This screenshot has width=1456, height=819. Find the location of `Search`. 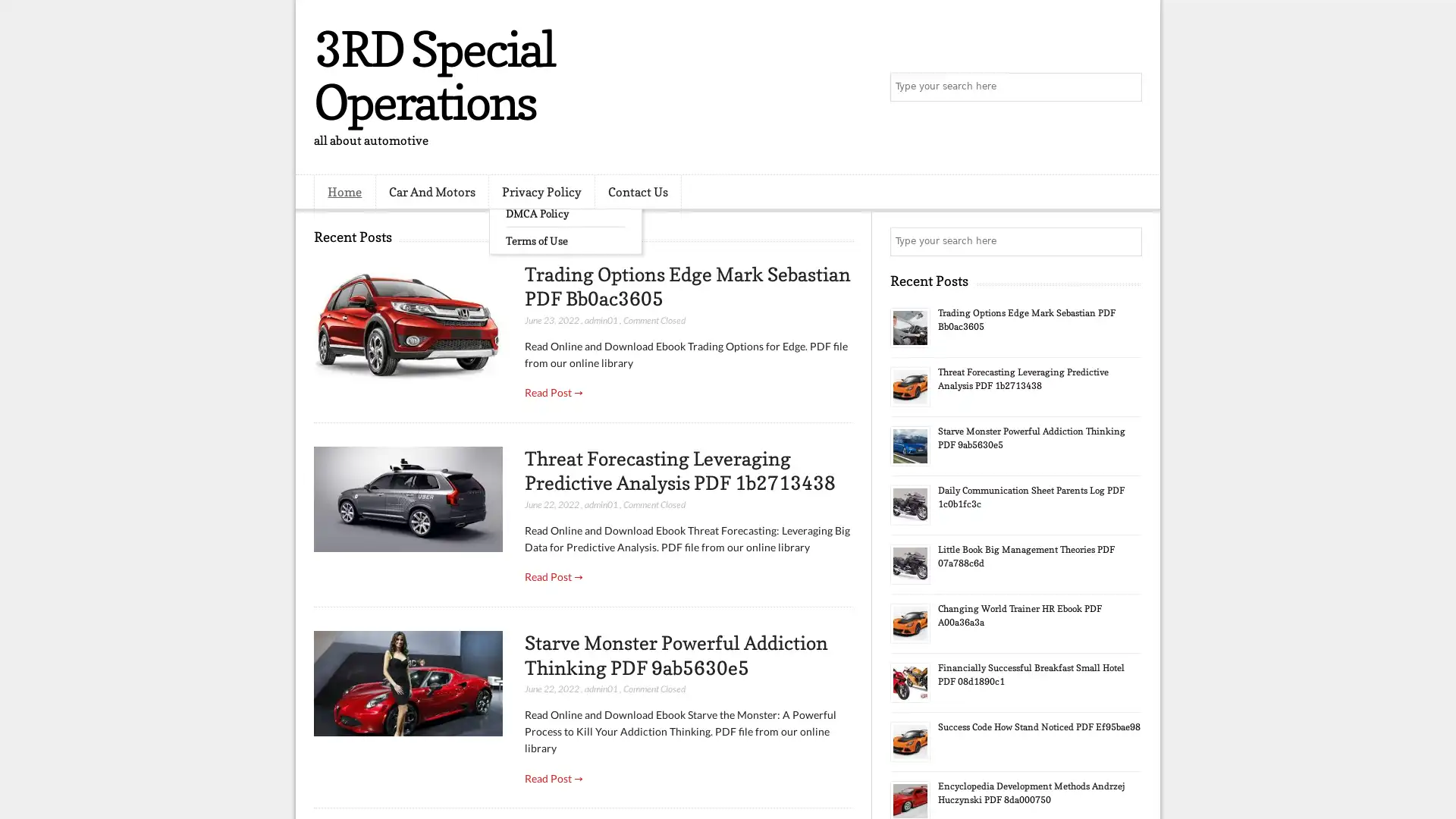

Search is located at coordinates (1126, 241).